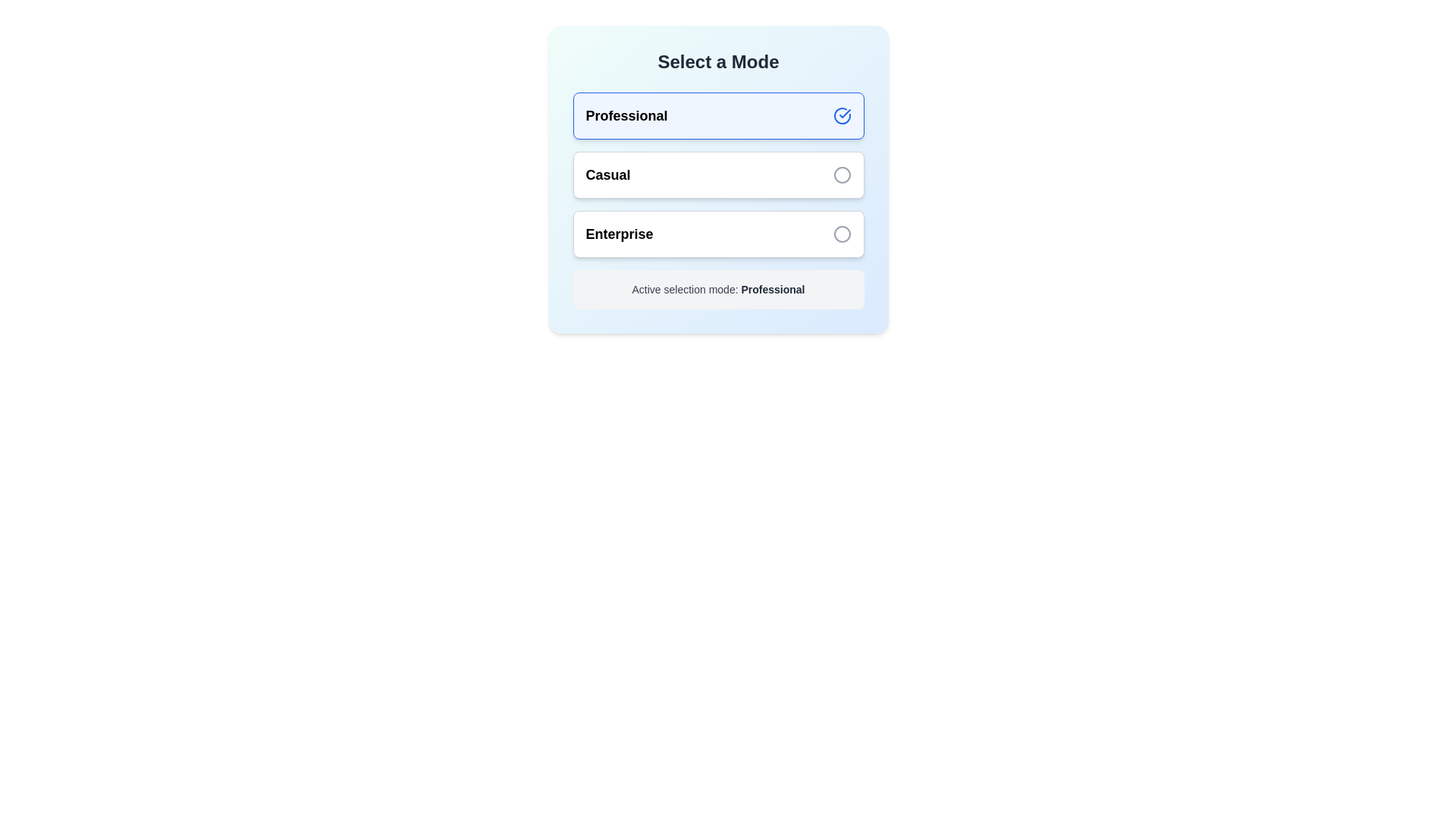 The height and width of the screenshot is (819, 1456). I want to click on the circular icon with a blue border and a checkmark at its center located in the top-right corner of the 'Professional' selection card, so click(841, 115).